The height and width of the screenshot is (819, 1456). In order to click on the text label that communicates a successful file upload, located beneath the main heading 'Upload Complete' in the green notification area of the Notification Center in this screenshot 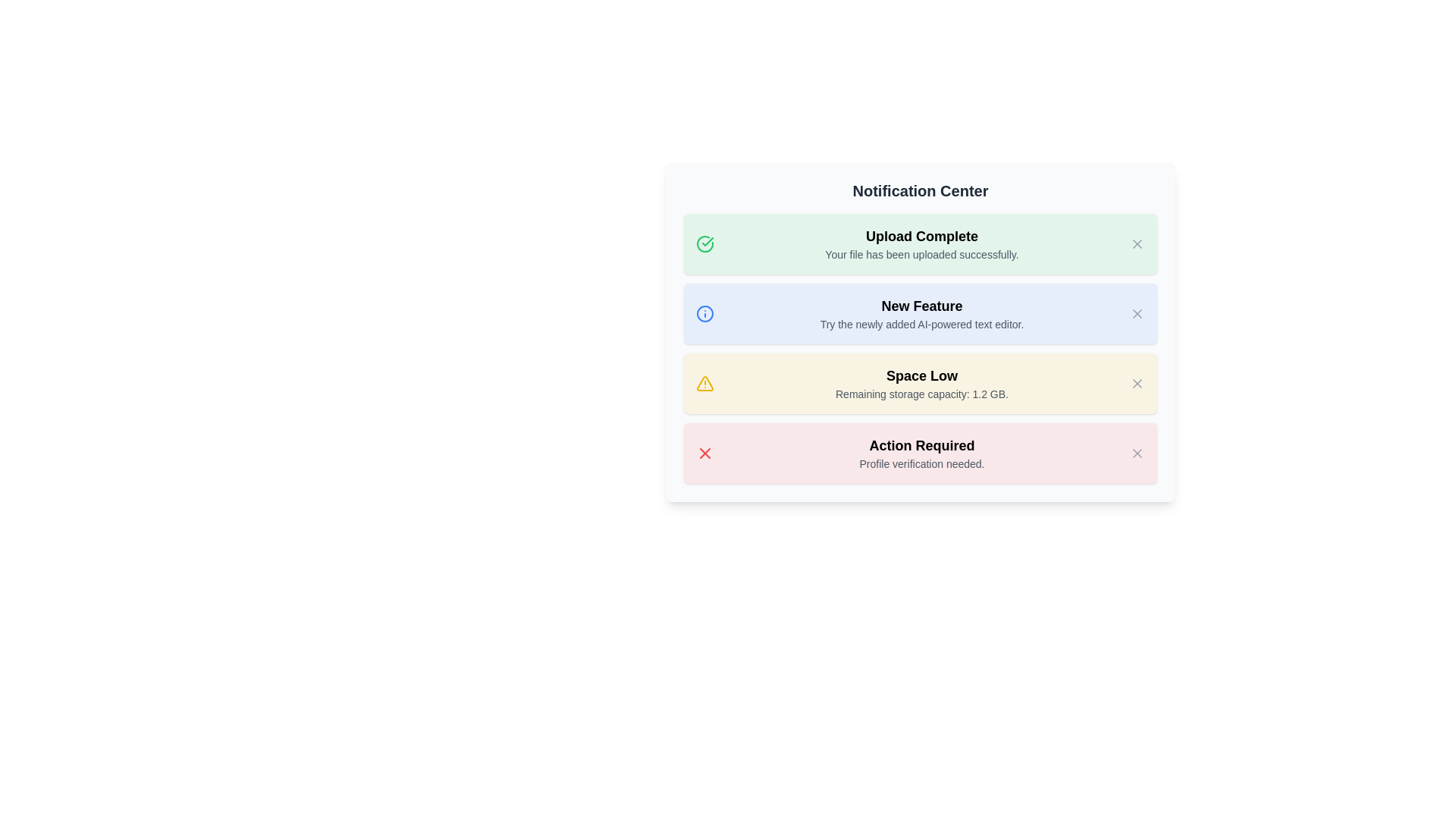, I will do `click(921, 253)`.